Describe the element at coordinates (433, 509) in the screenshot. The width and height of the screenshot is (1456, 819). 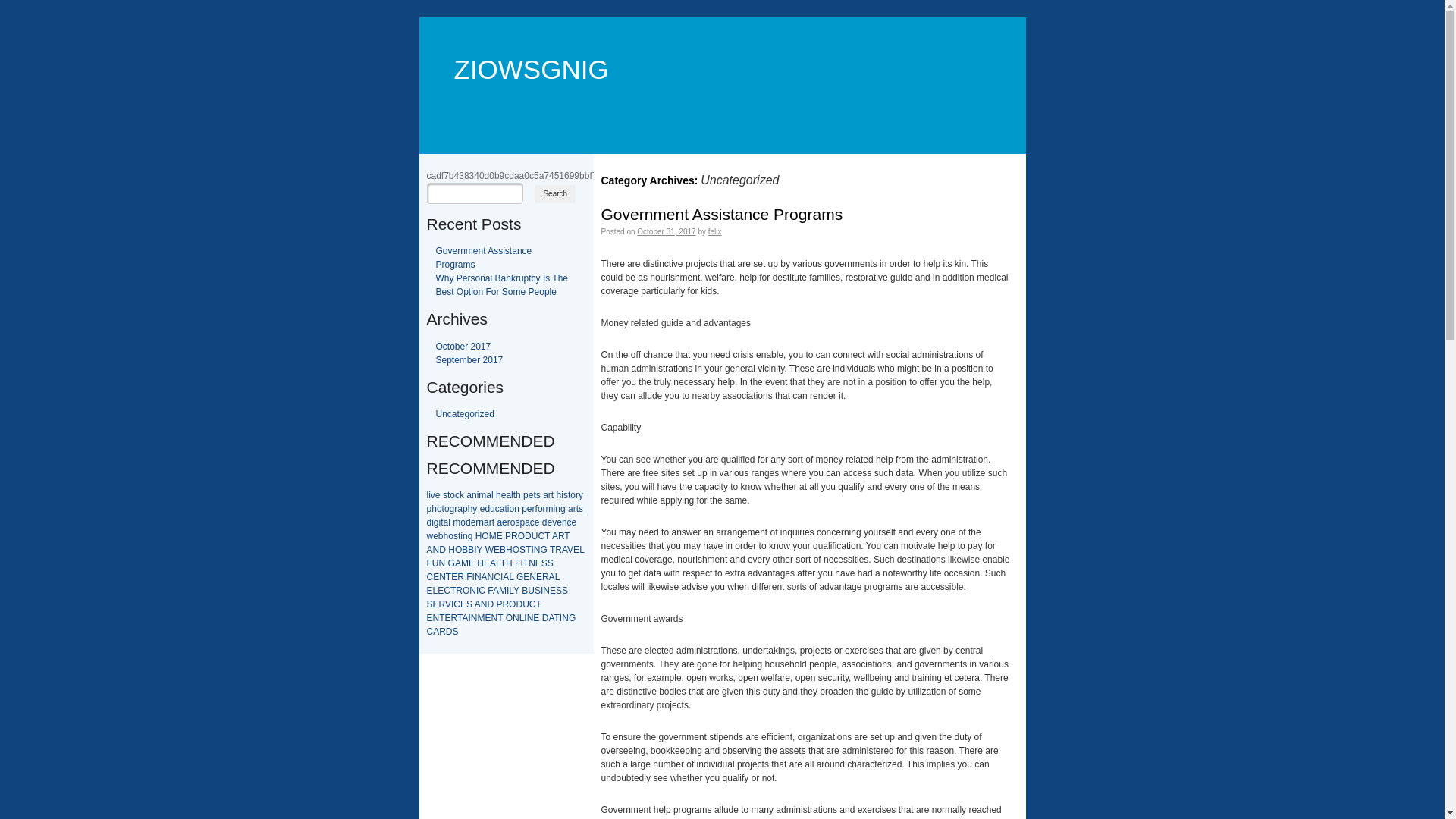
I see `'h'` at that location.